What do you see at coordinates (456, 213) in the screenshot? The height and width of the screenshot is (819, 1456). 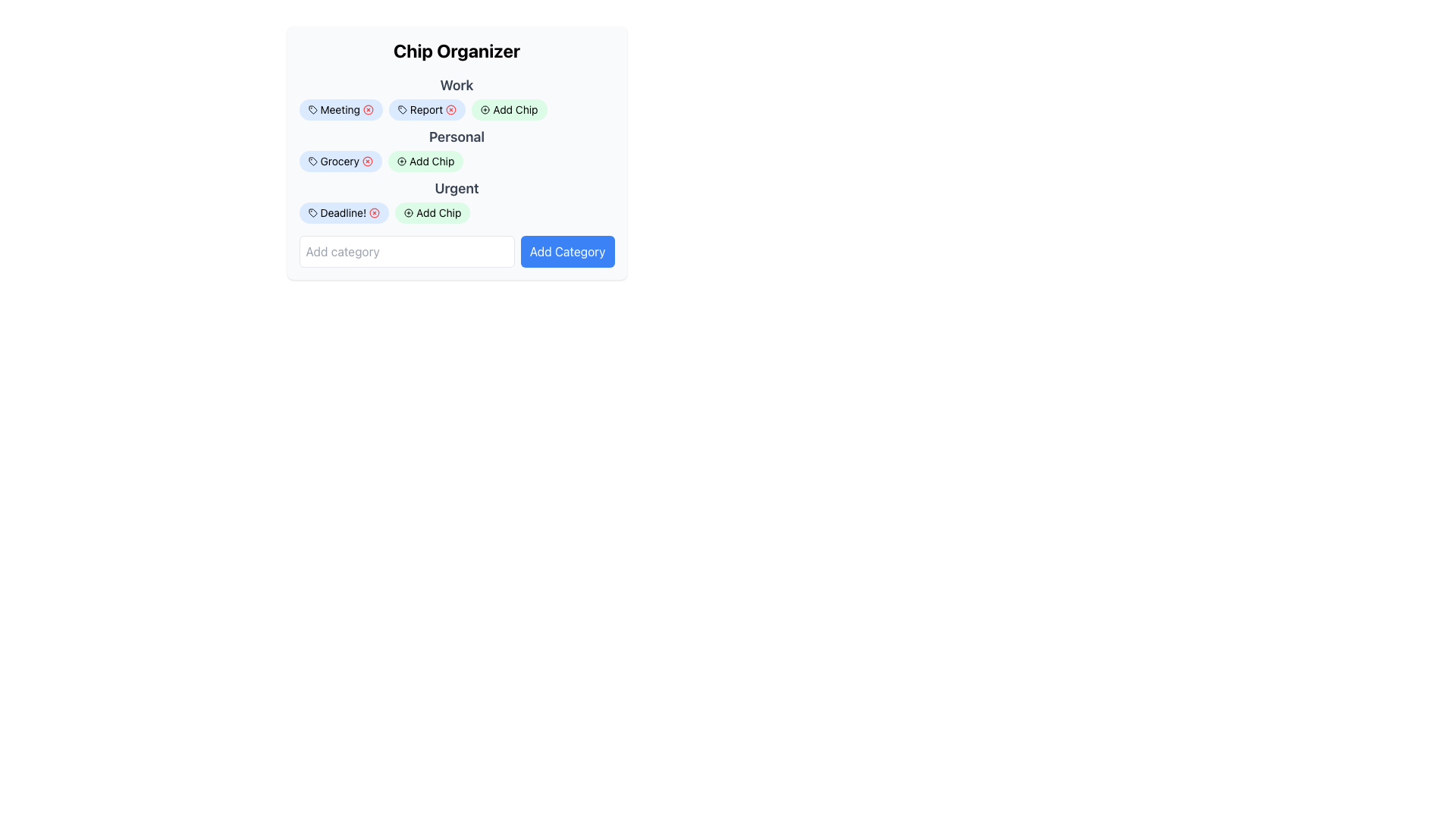 I see `the second Interactive Chip element in the 'Urgent' category, which has a green background and contains the text 'Add Chip'` at bounding box center [456, 213].